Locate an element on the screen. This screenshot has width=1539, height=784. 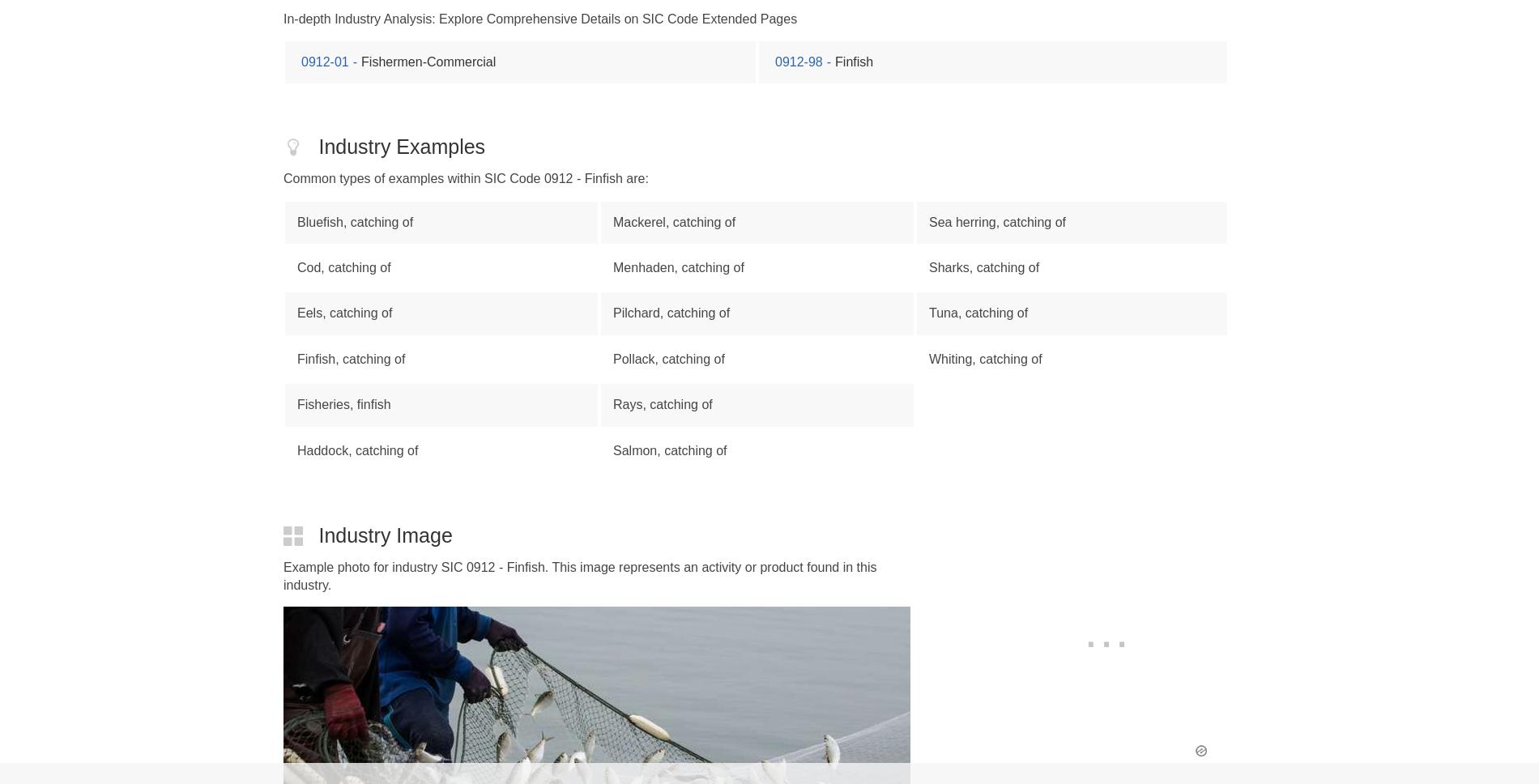
'Menhaden, catching of' is located at coordinates (677, 267).